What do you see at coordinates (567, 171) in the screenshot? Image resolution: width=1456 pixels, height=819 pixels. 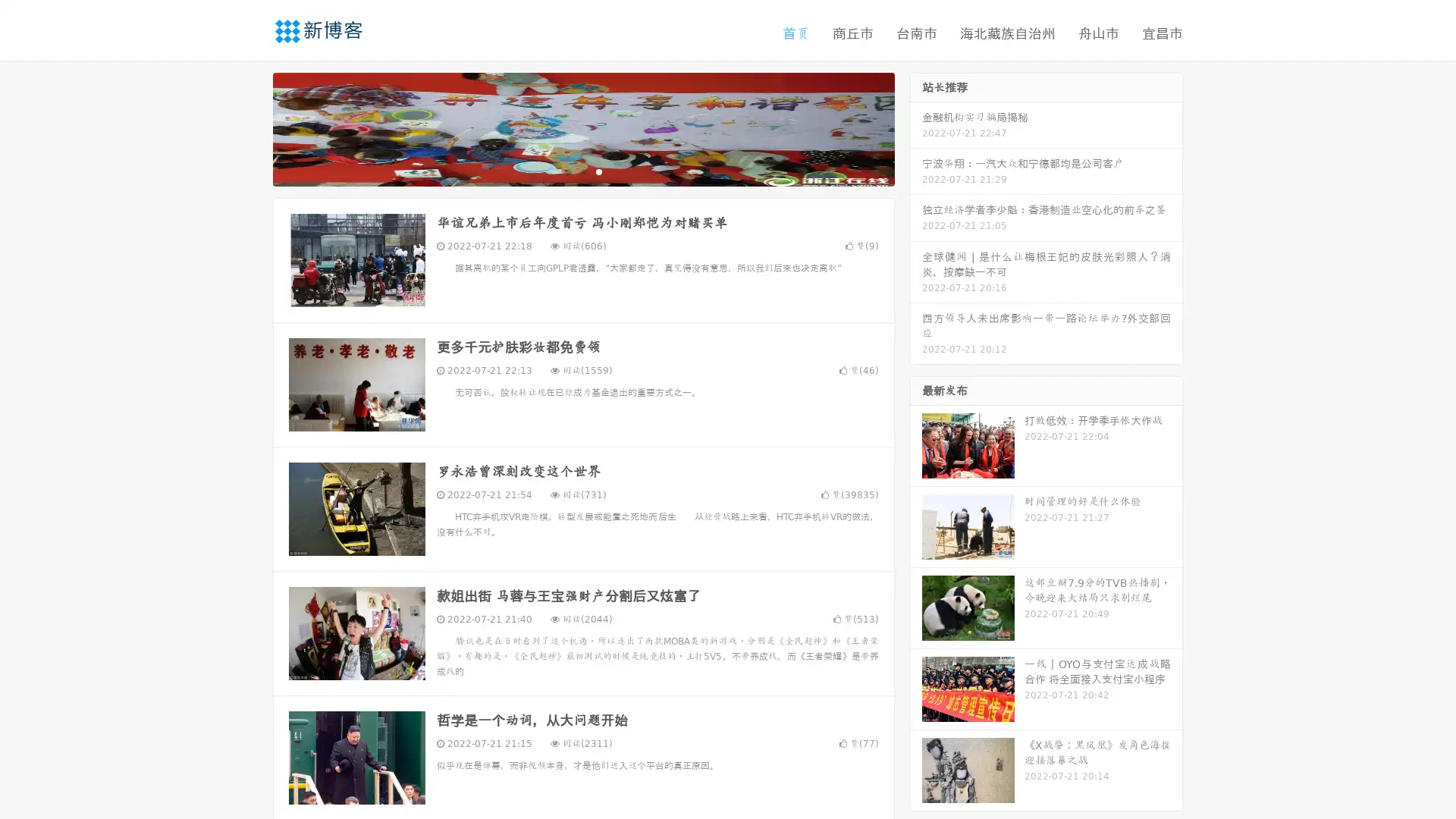 I see `Go to slide 1` at bounding box center [567, 171].